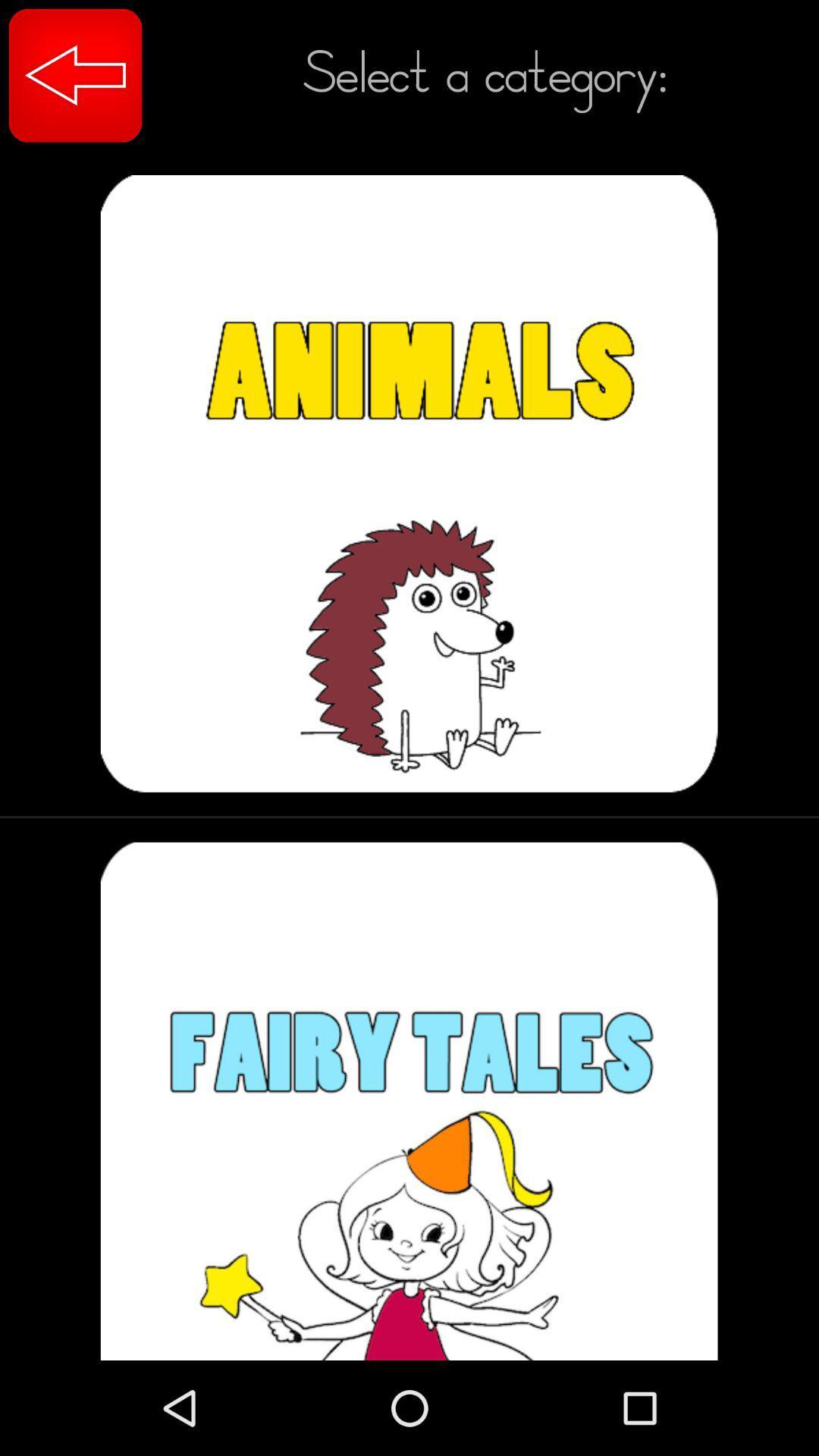  What do you see at coordinates (75, 74) in the screenshot?
I see `icon at the top left corner` at bounding box center [75, 74].